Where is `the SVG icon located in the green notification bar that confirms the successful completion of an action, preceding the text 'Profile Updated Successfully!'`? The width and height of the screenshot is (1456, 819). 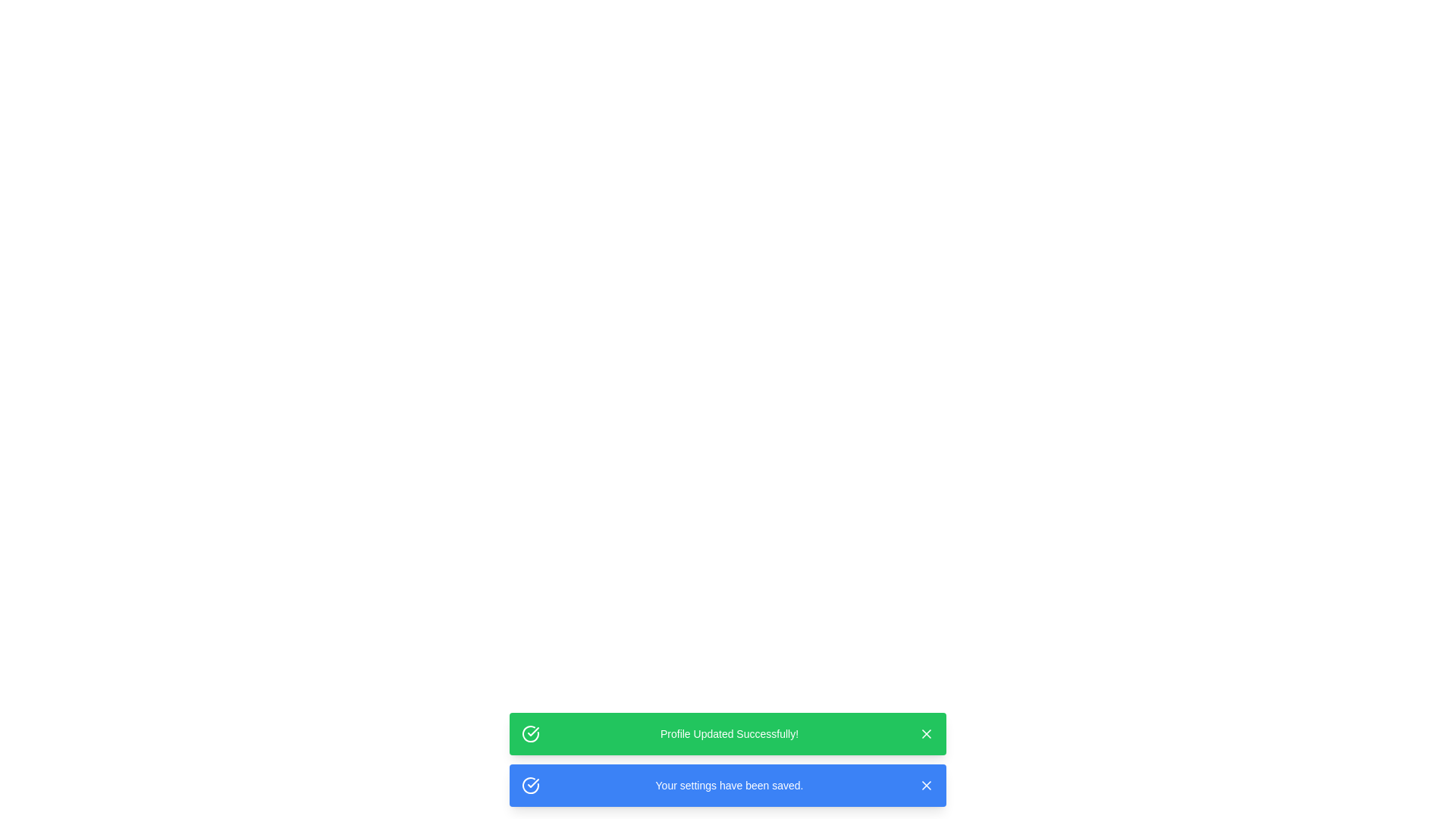
the SVG icon located in the green notification bar that confirms the successful completion of an action, preceding the text 'Profile Updated Successfully!' is located at coordinates (531, 733).